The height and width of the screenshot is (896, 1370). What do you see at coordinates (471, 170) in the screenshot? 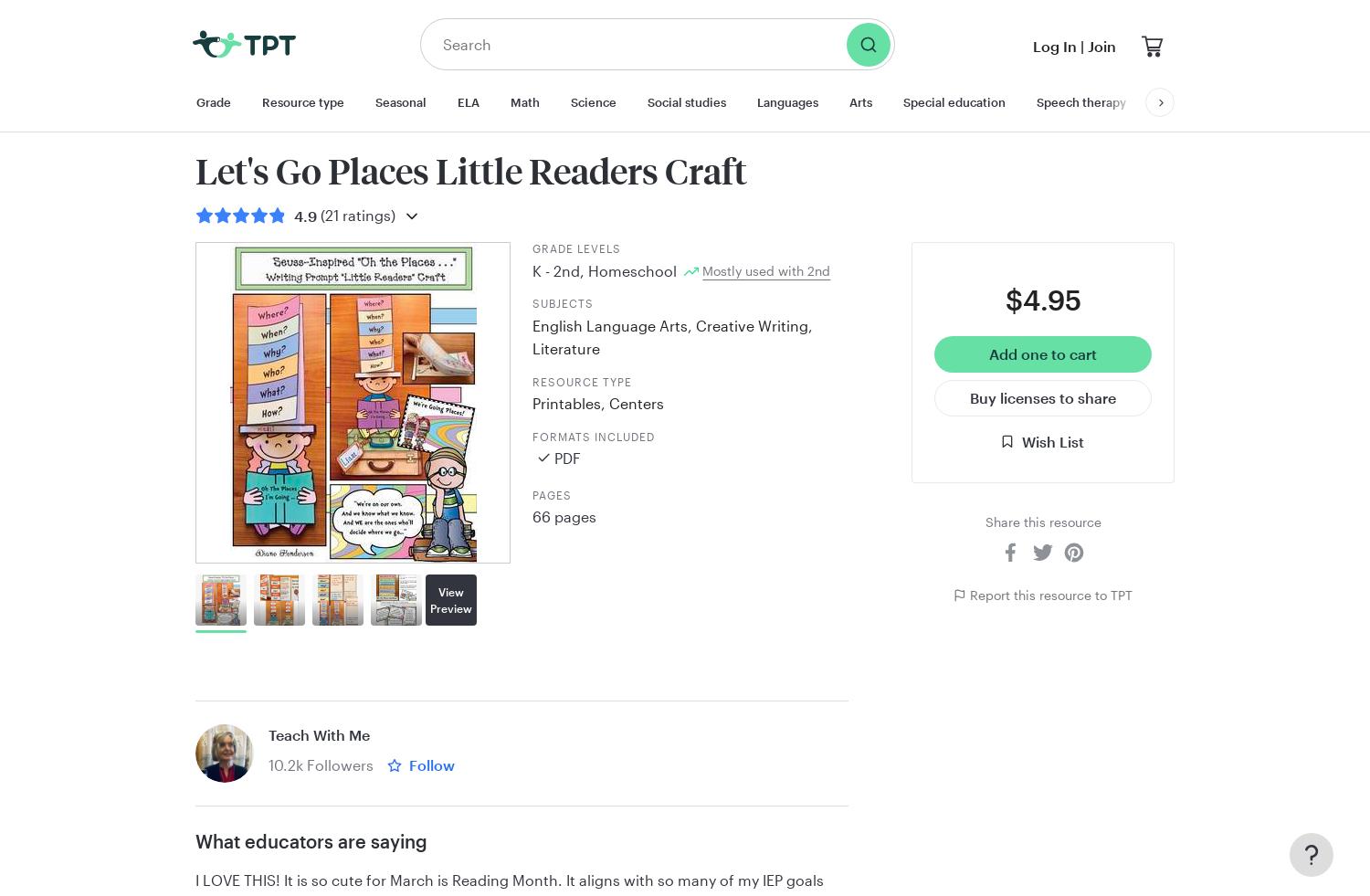
I see `'Let's Go Places Little Readers Craft'` at bounding box center [471, 170].